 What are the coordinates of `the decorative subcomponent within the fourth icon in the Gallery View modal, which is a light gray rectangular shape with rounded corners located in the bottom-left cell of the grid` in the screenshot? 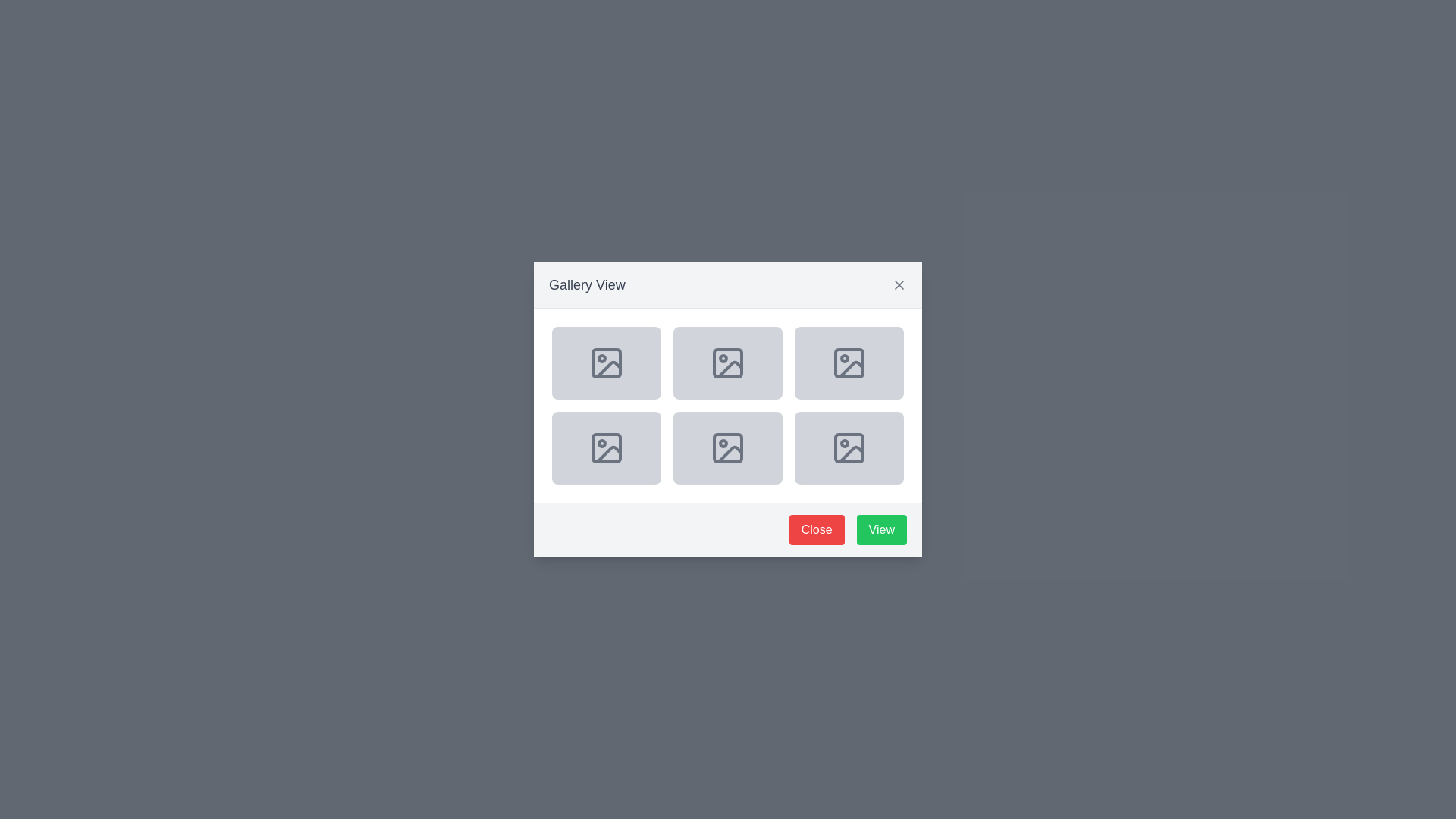 It's located at (728, 447).